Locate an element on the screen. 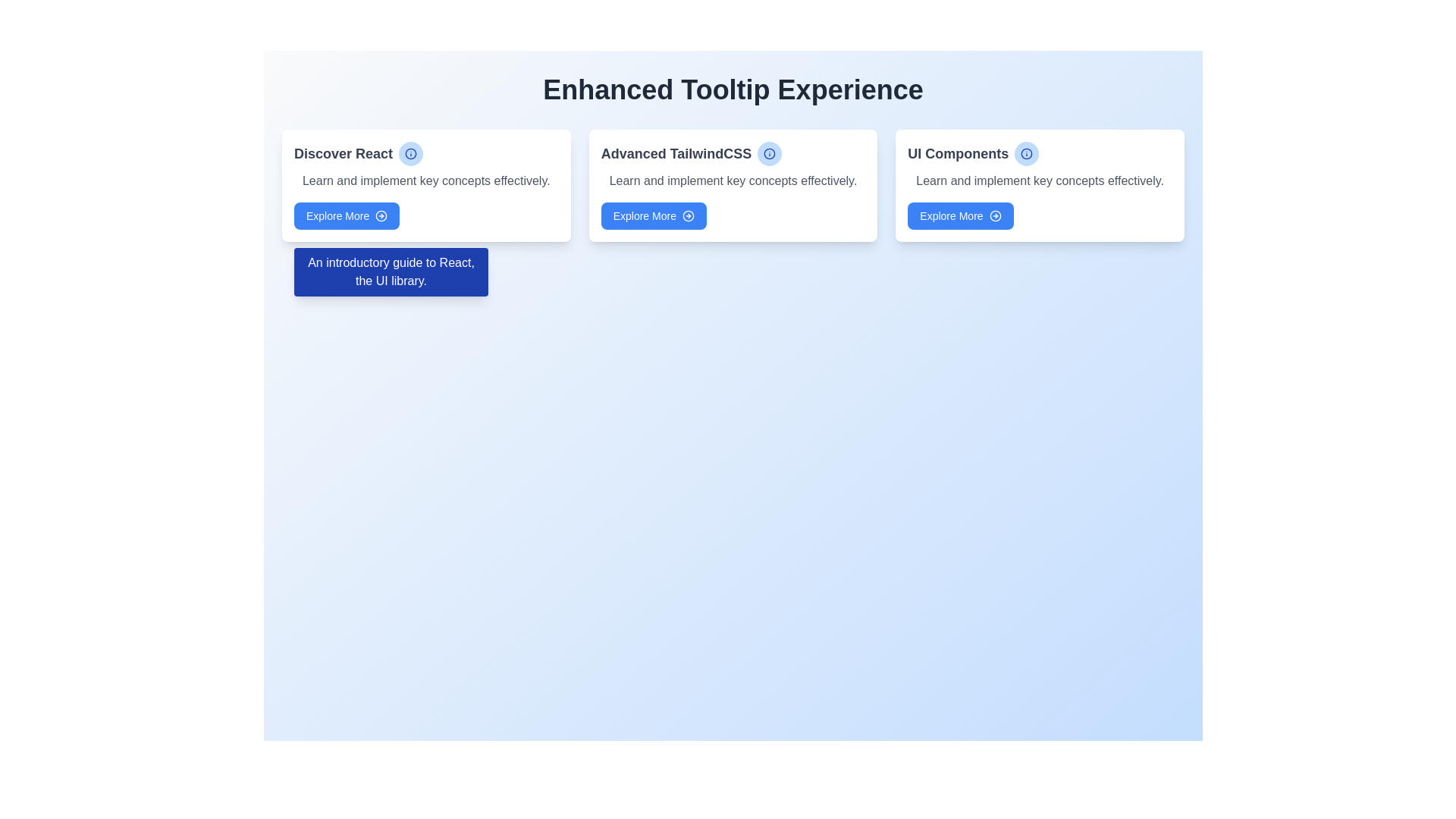 The image size is (1456, 819). the informational icon located in the top right corner of the Discover React card near the card title is located at coordinates (411, 154).